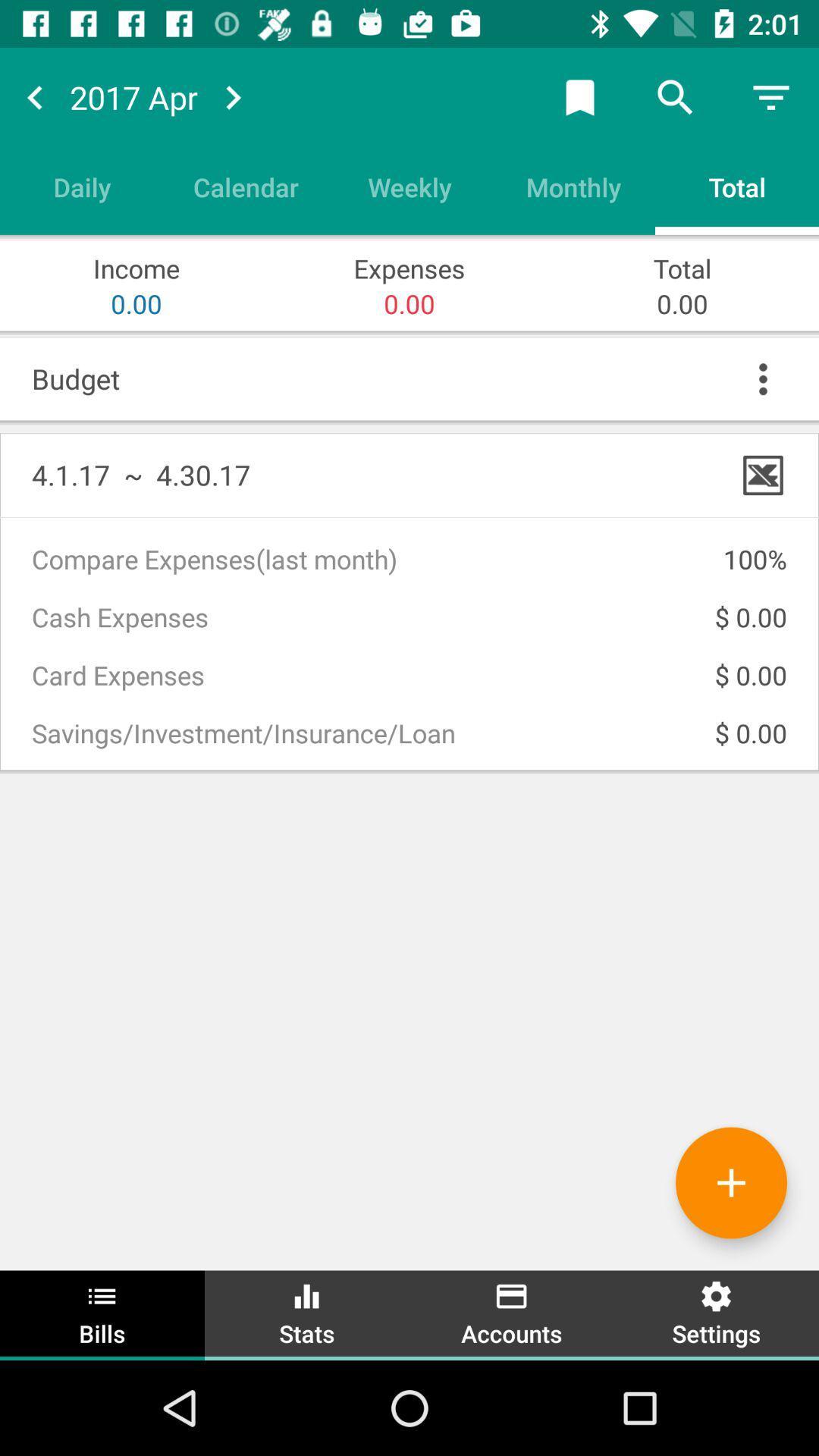 Image resolution: width=819 pixels, height=1456 pixels. Describe the element at coordinates (579, 96) in the screenshot. I see `bookmark` at that location.